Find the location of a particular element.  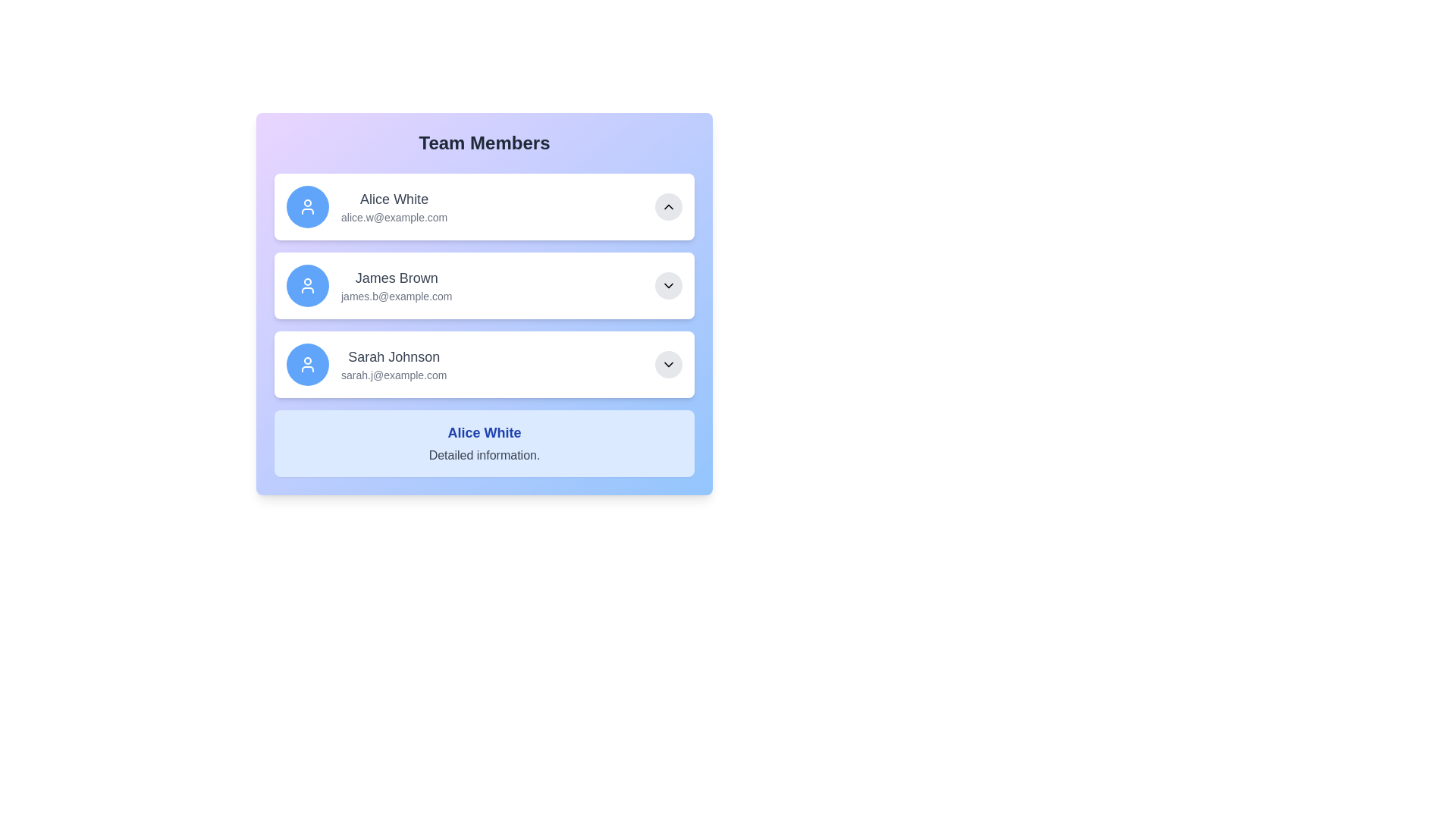

the text element displaying 'James Brown' and 'james.b@example.com' is located at coordinates (397, 286).